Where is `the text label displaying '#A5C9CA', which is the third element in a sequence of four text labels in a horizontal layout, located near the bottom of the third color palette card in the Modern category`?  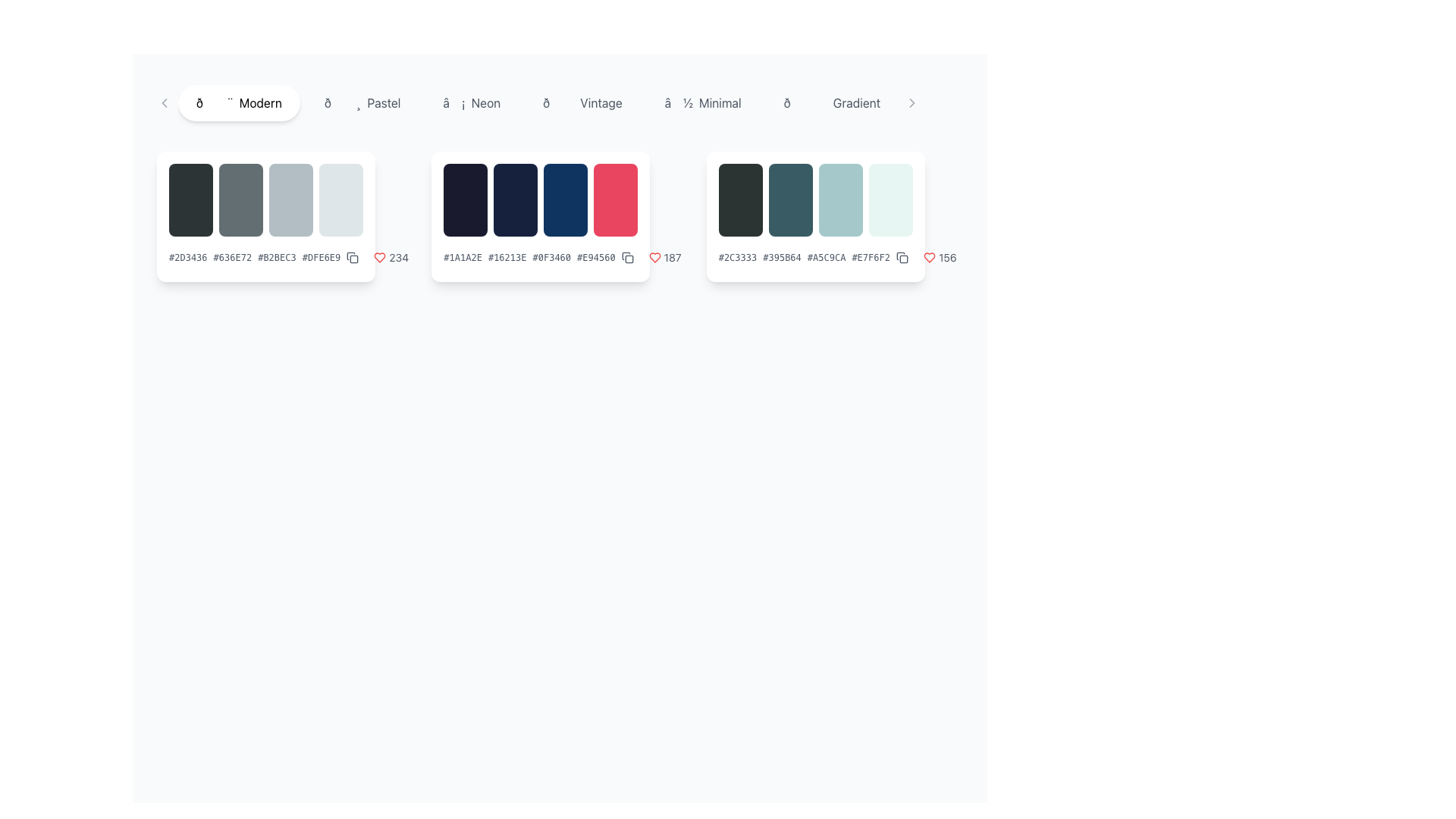 the text label displaying '#A5C9CA', which is the third element in a sequence of four text labels in a horizontal layout, located near the bottom of the third color palette card in the Modern category is located at coordinates (826, 256).